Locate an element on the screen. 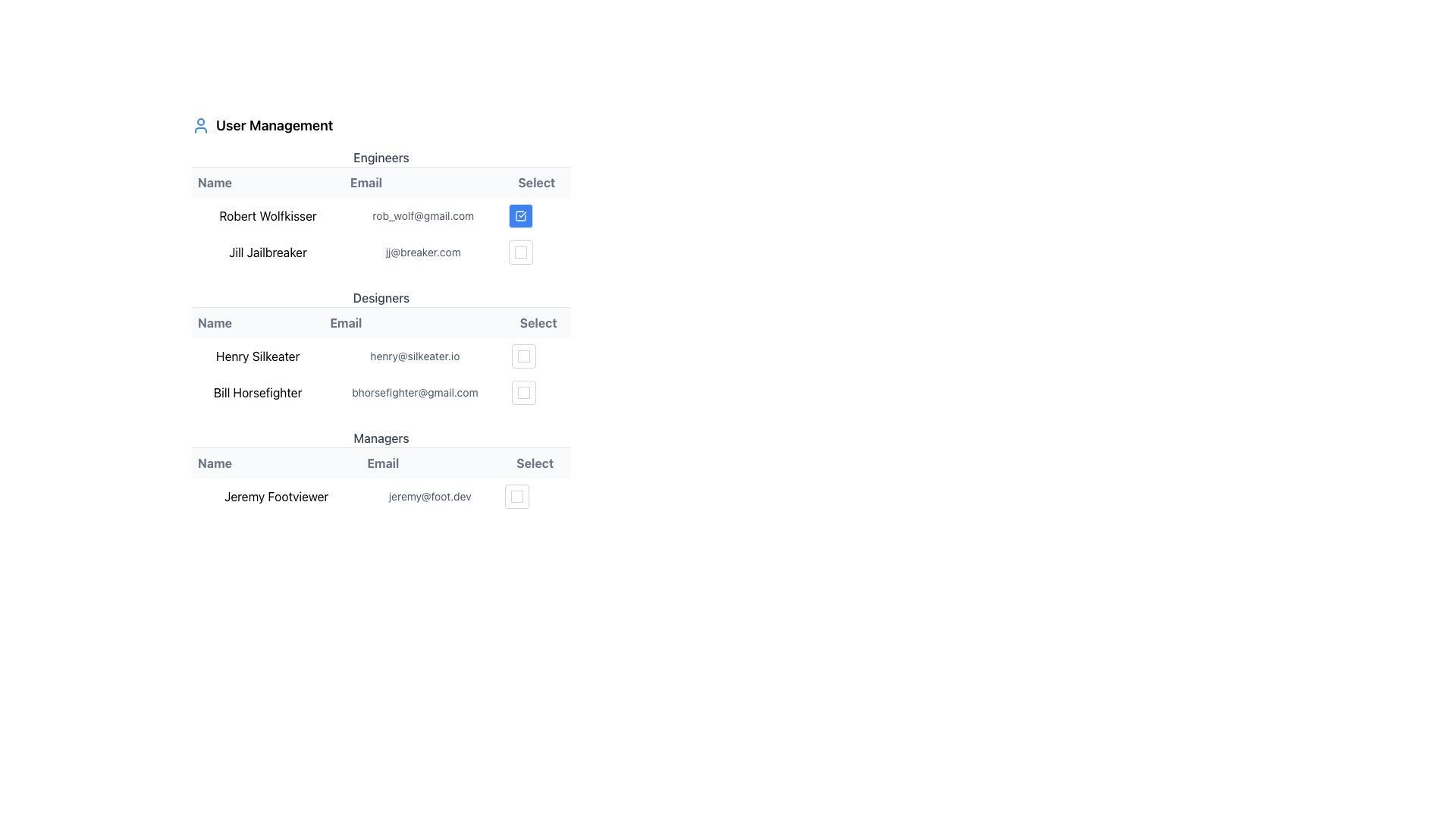 The width and height of the screenshot is (1456, 819). the checkbox next to the email address 'henry@silkeater.io' in the 'Designers' section is located at coordinates (524, 356).